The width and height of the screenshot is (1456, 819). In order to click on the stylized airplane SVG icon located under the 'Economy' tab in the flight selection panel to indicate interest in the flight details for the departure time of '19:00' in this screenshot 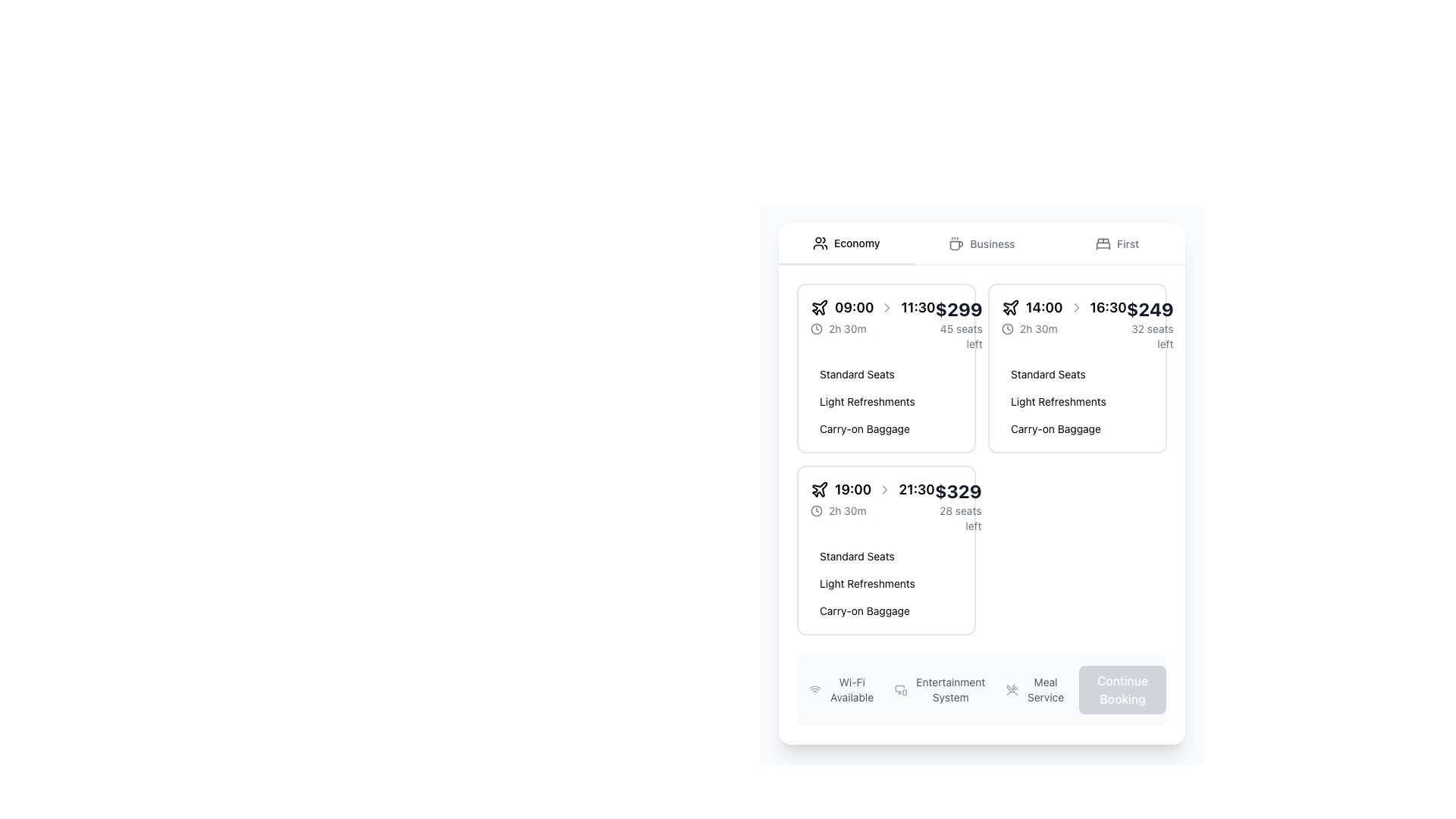, I will do `click(819, 489)`.